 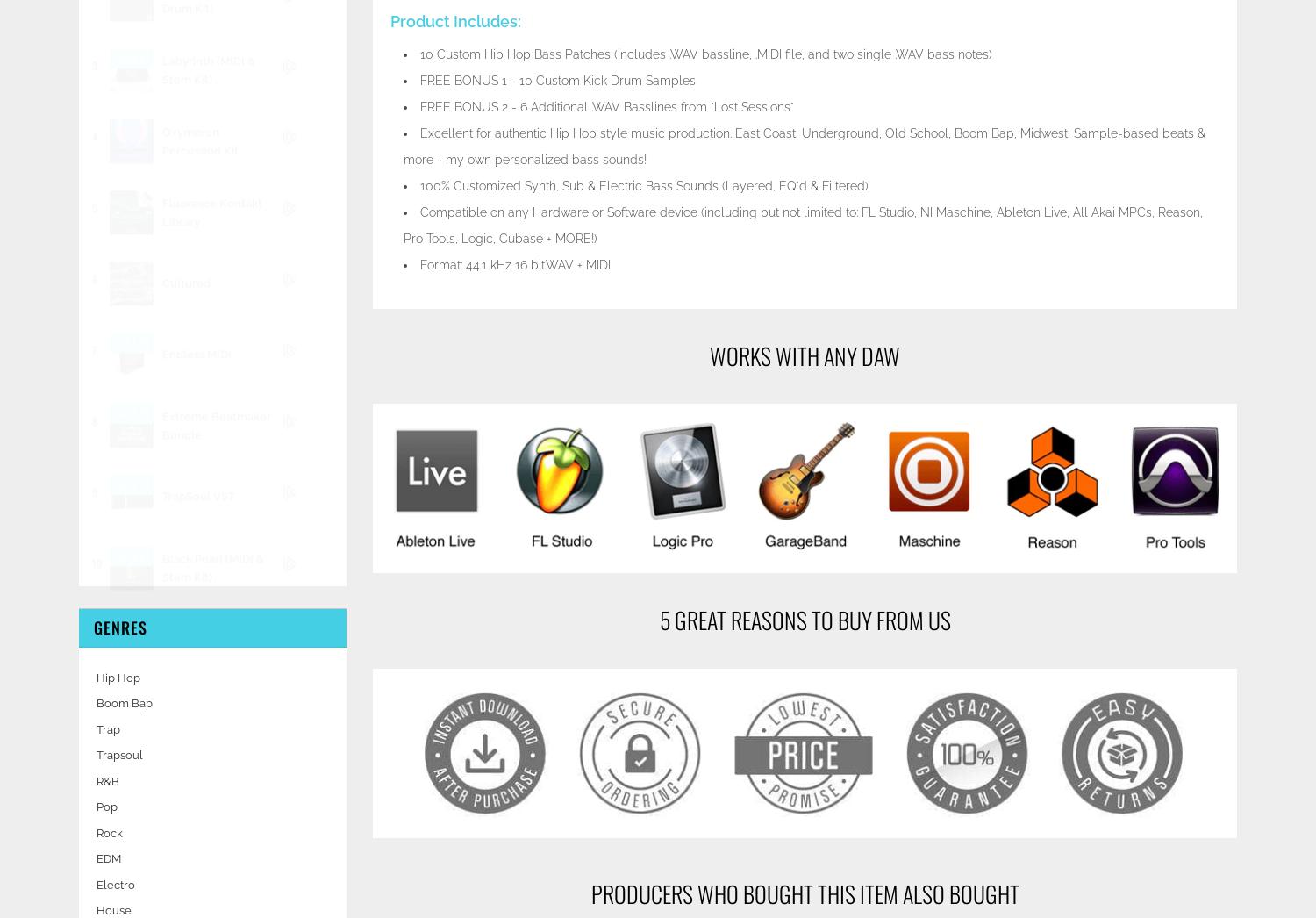 What do you see at coordinates (107, 728) in the screenshot?
I see `'Trap'` at bounding box center [107, 728].